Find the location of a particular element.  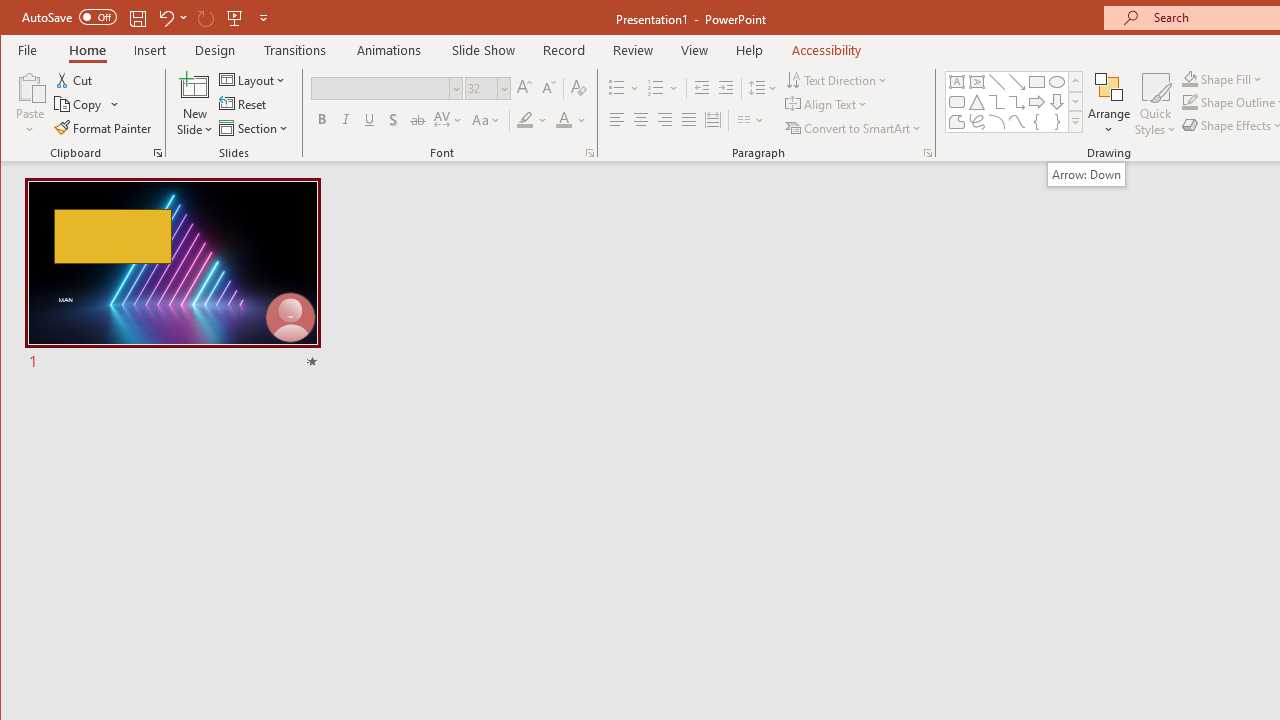

'Decrease Indent' is located at coordinates (702, 87).